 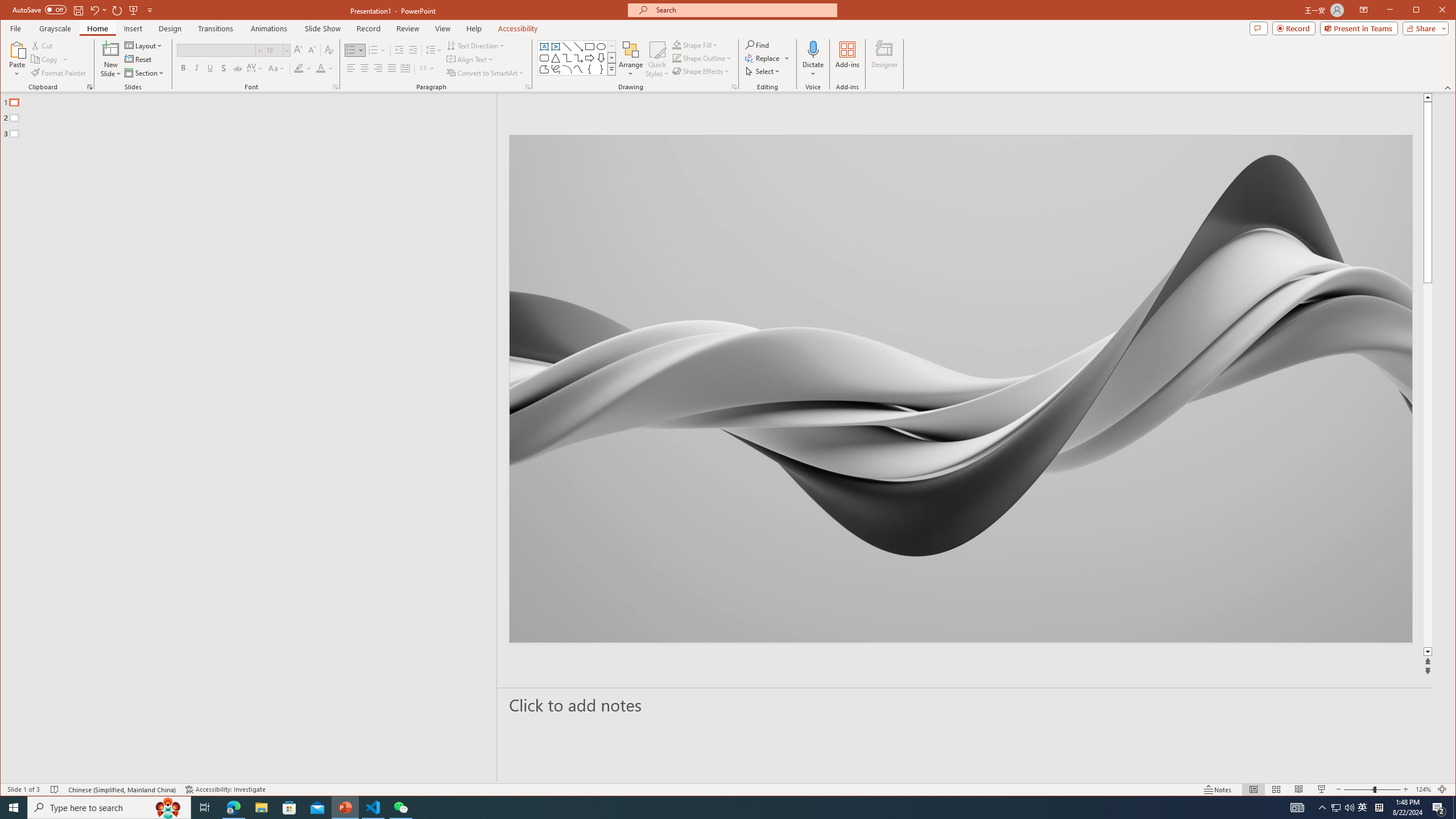 What do you see at coordinates (1423, 789) in the screenshot?
I see `'Zoom 124%'` at bounding box center [1423, 789].